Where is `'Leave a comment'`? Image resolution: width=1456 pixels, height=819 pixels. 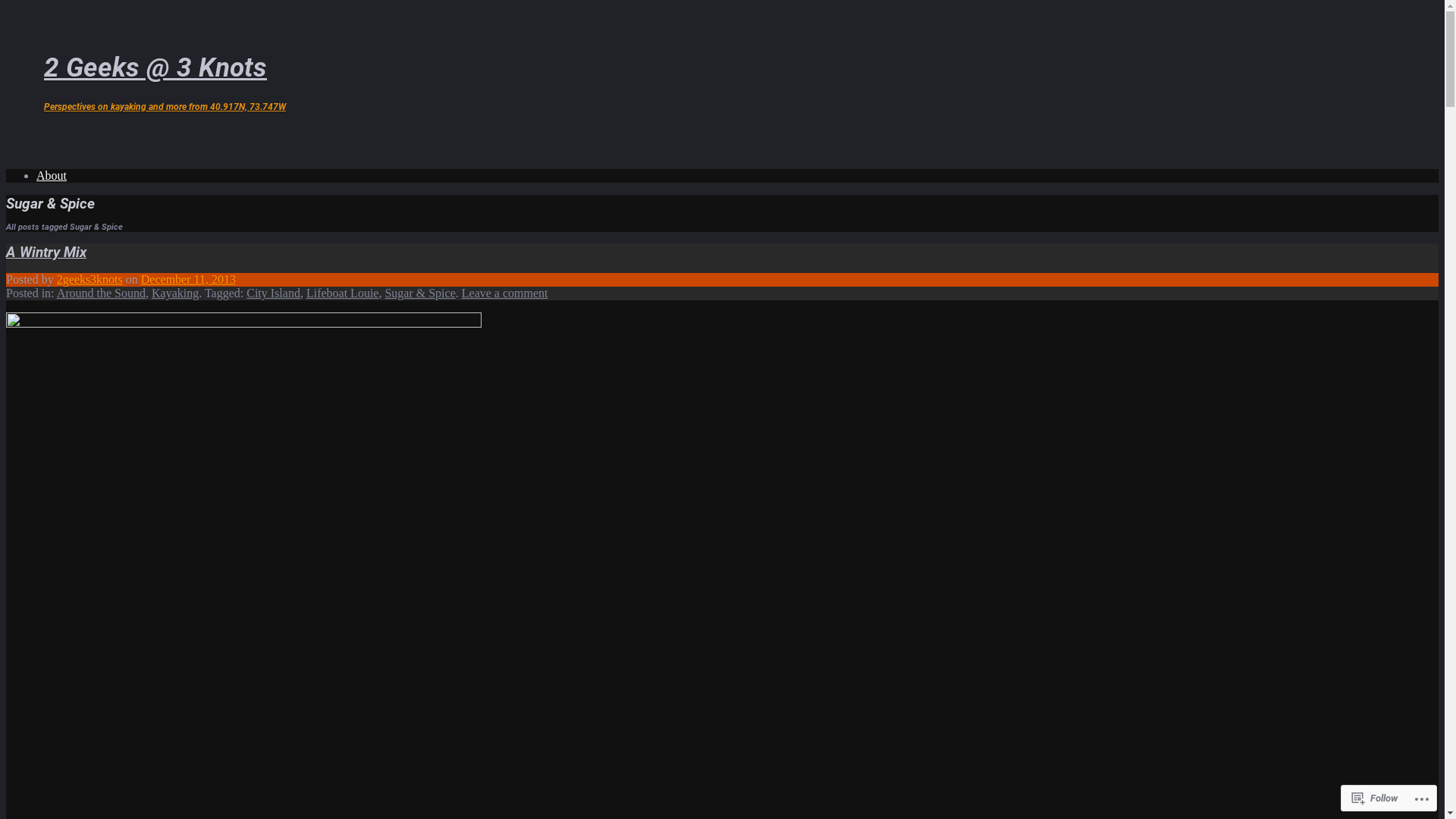
'Leave a comment' is located at coordinates (505, 293).